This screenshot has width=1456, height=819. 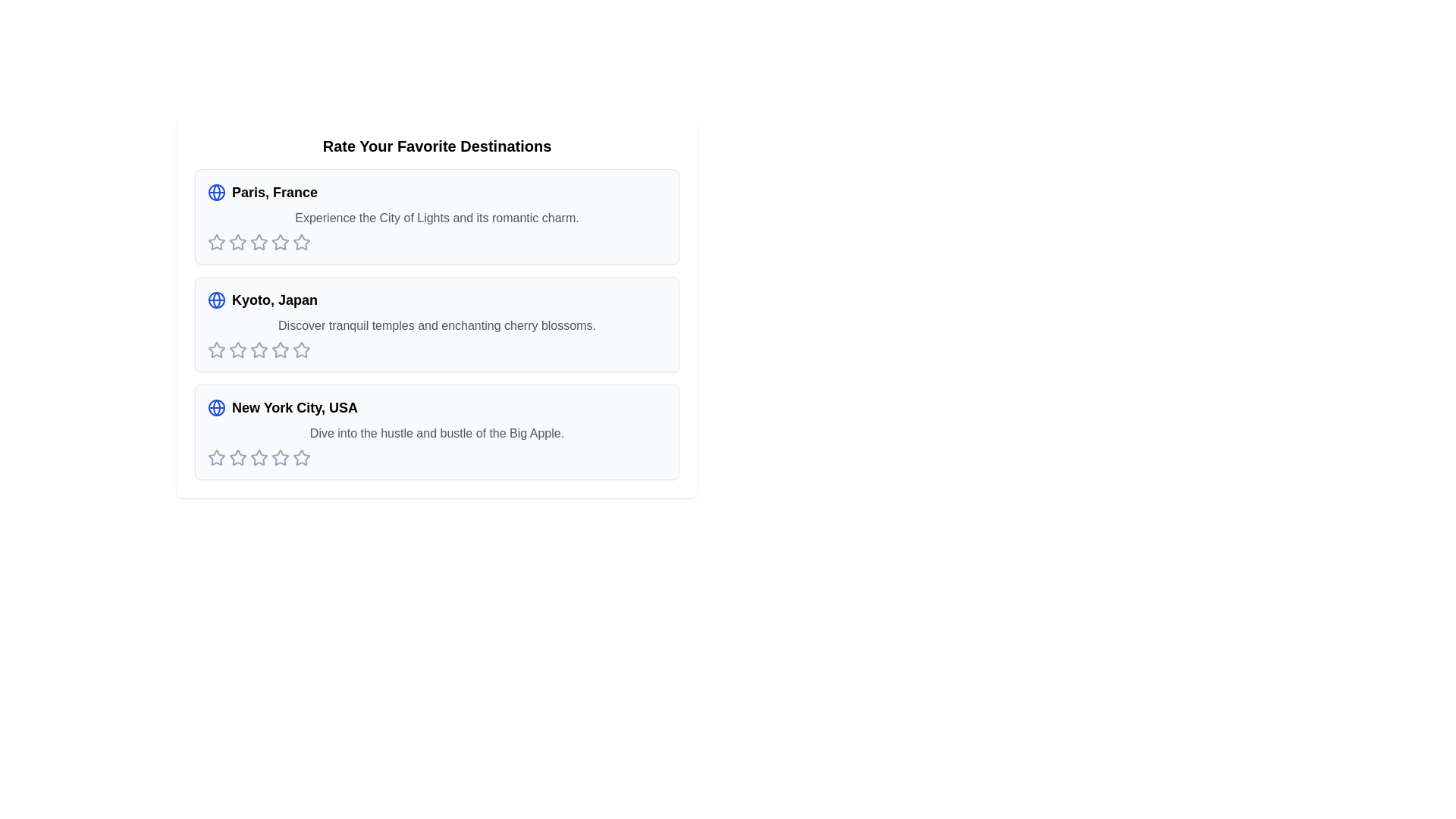 I want to click on the fourth star-shaped interactive rating icon associated with 'Kyoto, Japan', so click(x=302, y=350).